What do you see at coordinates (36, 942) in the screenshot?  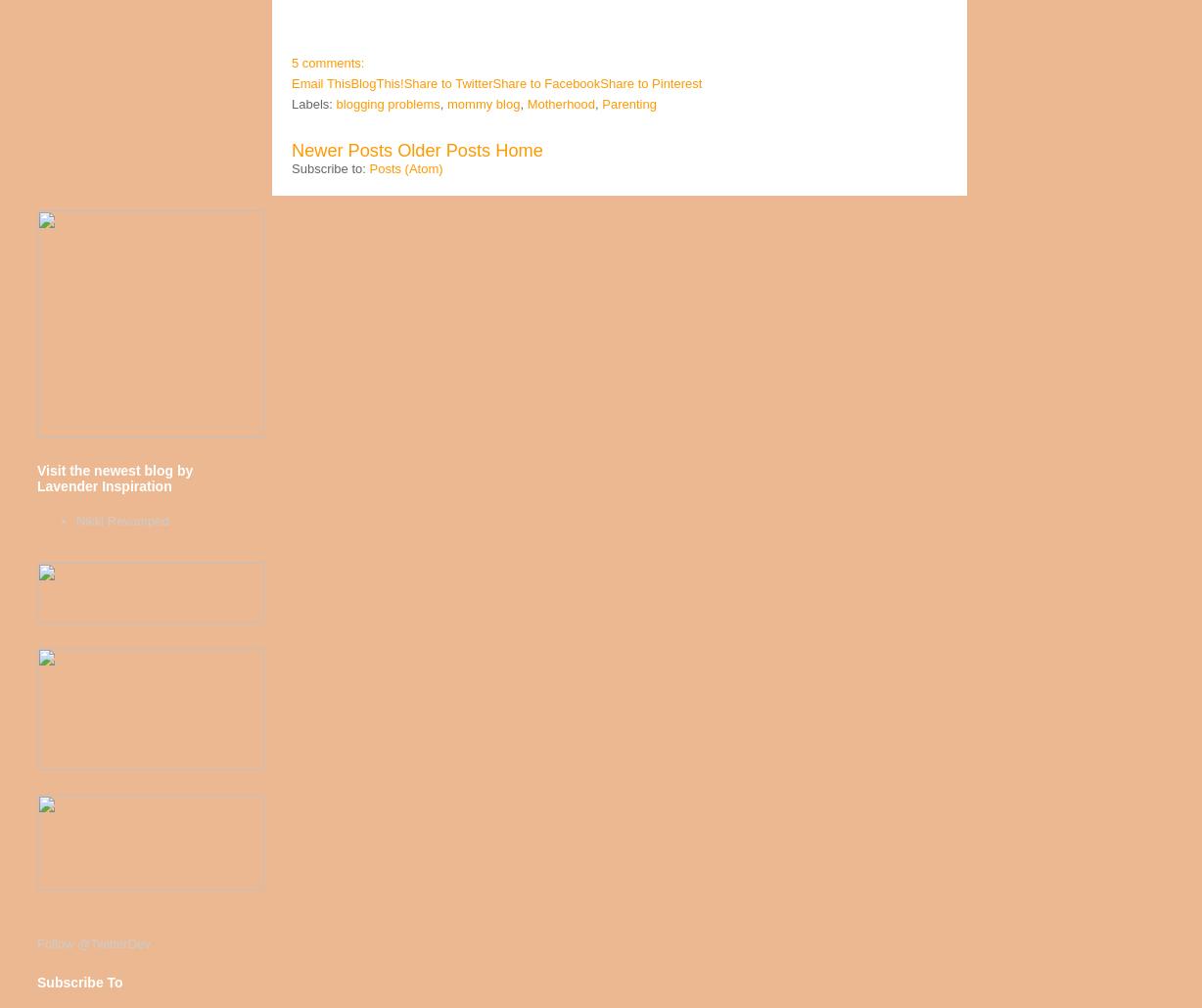 I see `'Follow @TwitterDev'` at bounding box center [36, 942].